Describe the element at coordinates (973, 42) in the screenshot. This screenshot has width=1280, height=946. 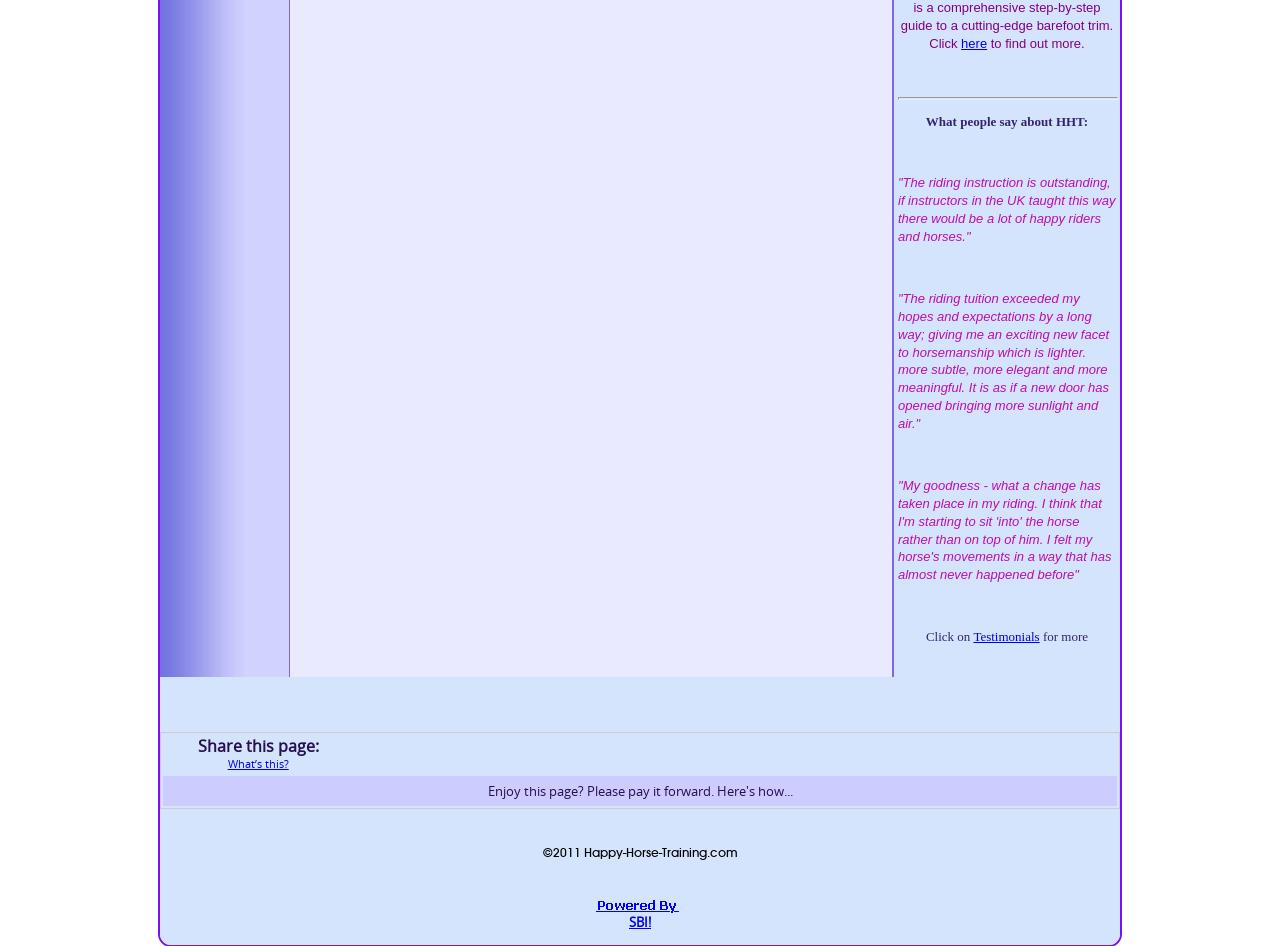
I see `'here'` at that location.